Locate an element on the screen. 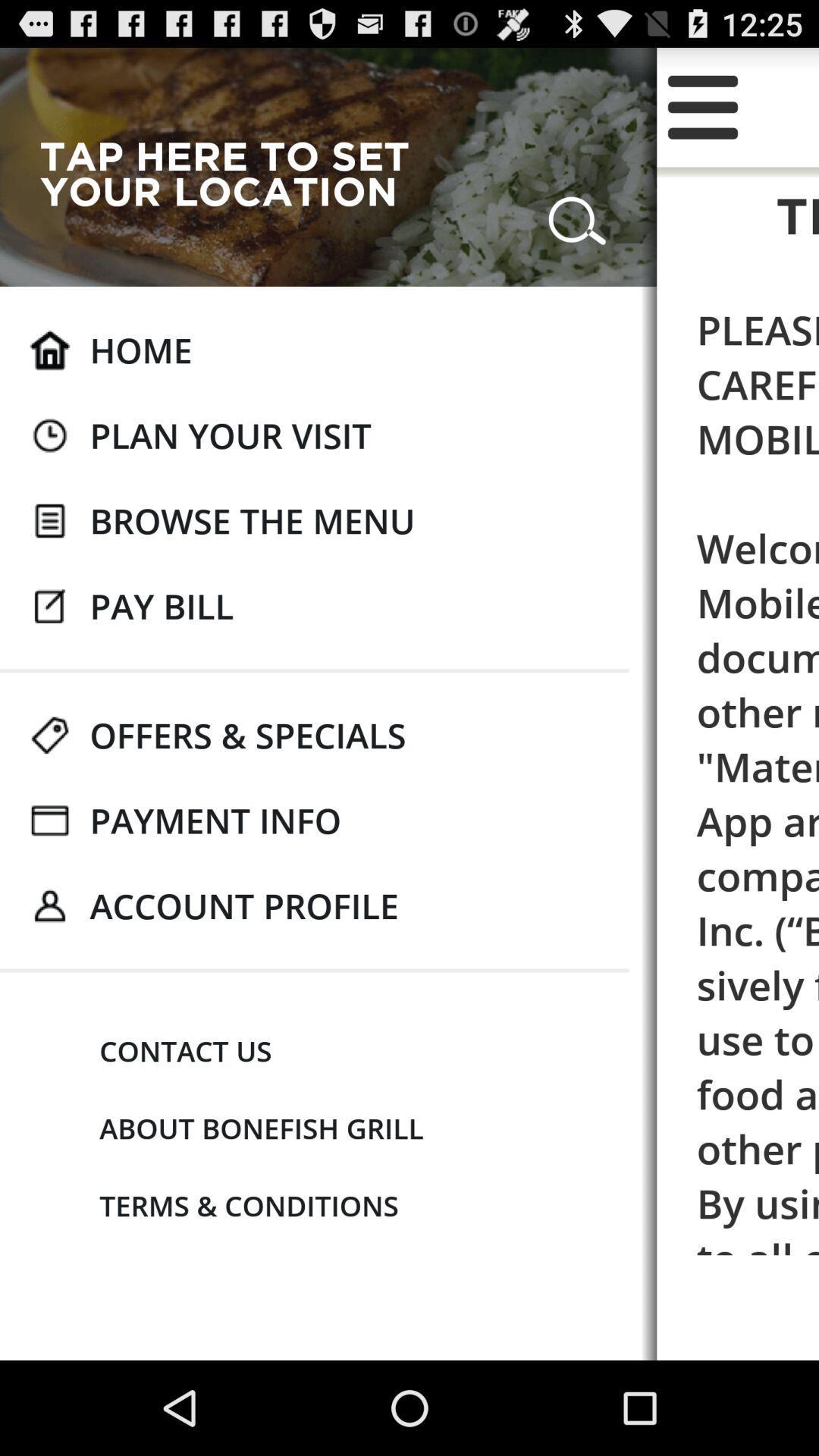 Image resolution: width=819 pixels, height=1456 pixels. the tap here to app is located at coordinates (237, 173).